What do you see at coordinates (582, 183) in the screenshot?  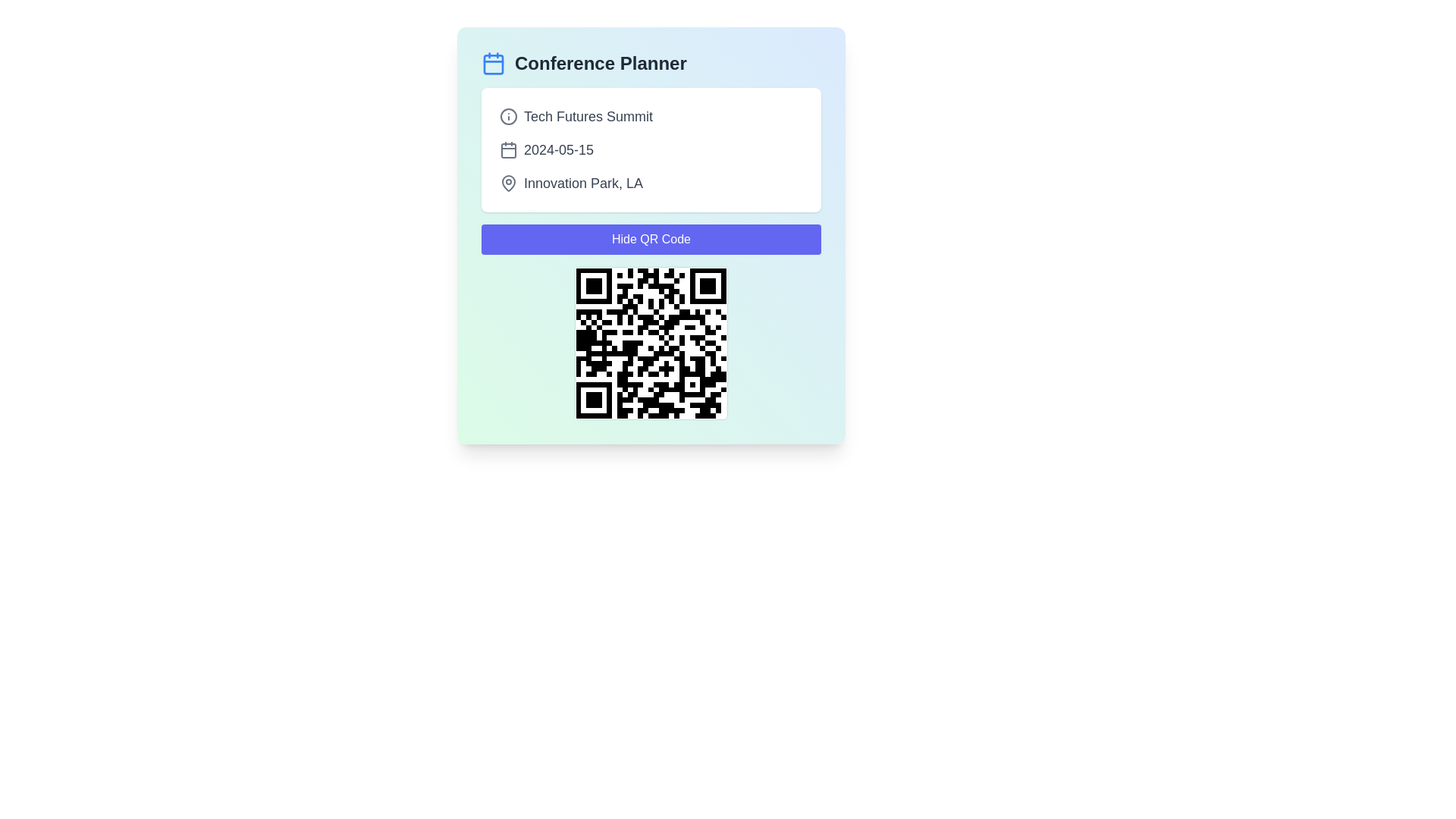 I see `the text label displaying 'Innovation Park, LA', which is styled in gray and located to the right of a location icon within the 'Conference Planner' section` at bounding box center [582, 183].